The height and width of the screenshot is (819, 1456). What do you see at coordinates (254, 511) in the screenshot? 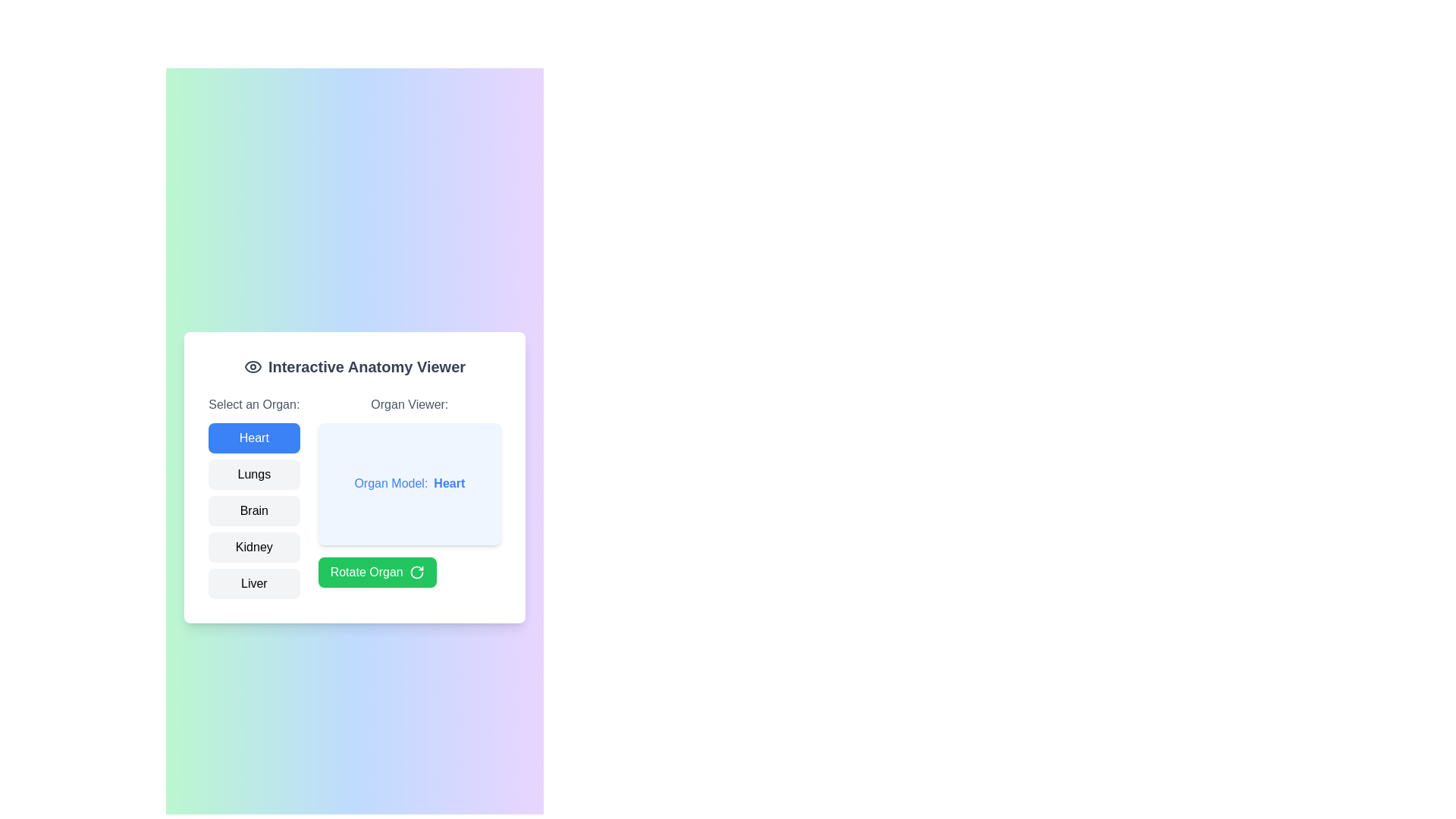
I see `the 'Brain' button, which is the third button in a vertical stack of five buttons, styled with a rounded shape and gray background` at bounding box center [254, 511].